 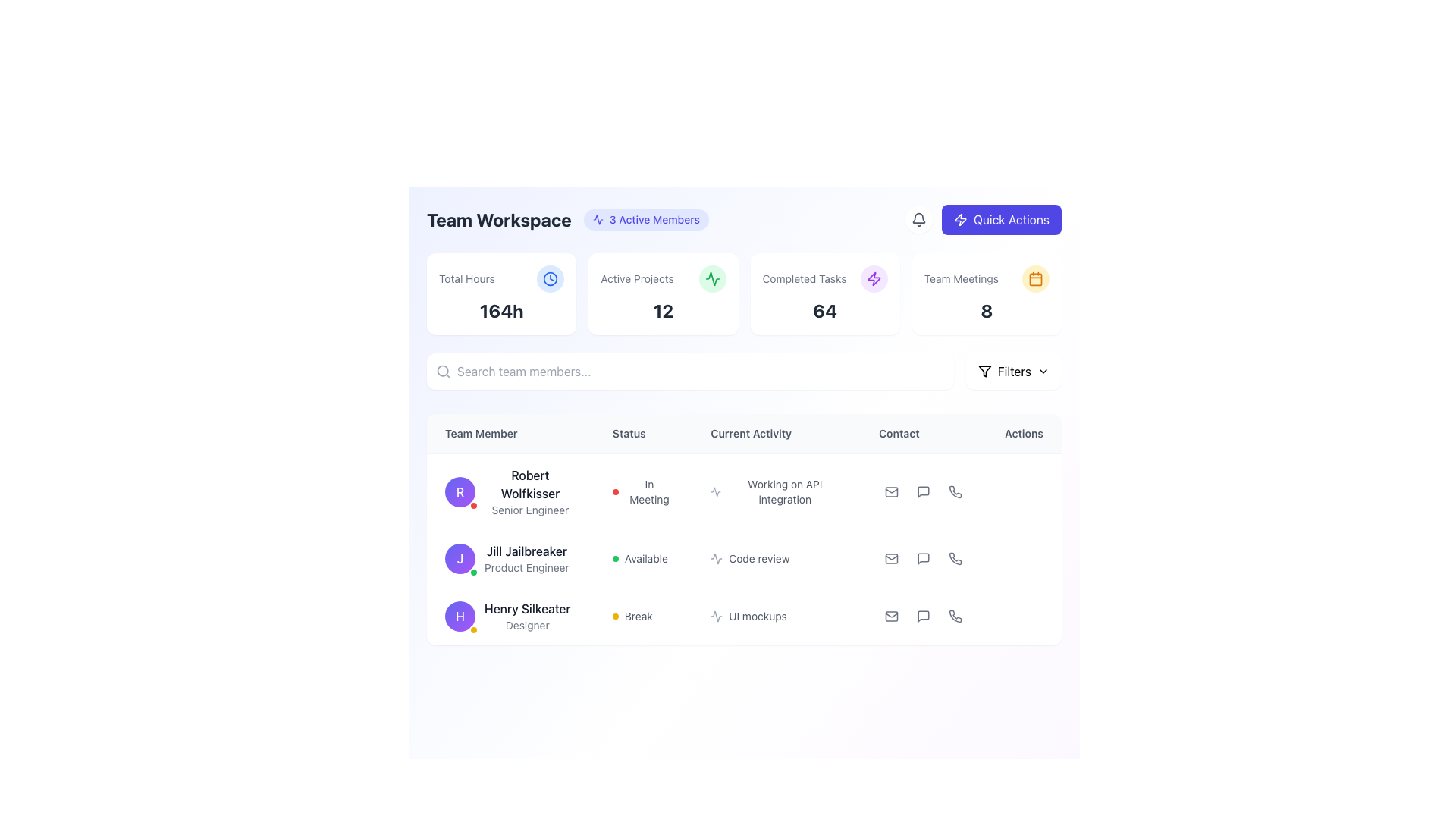 I want to click on the text within the user profile block that displays the name and role of the team member, located in the first entry of the 'Team Member' column in the team workspace interface, so click(x=510, y=491).